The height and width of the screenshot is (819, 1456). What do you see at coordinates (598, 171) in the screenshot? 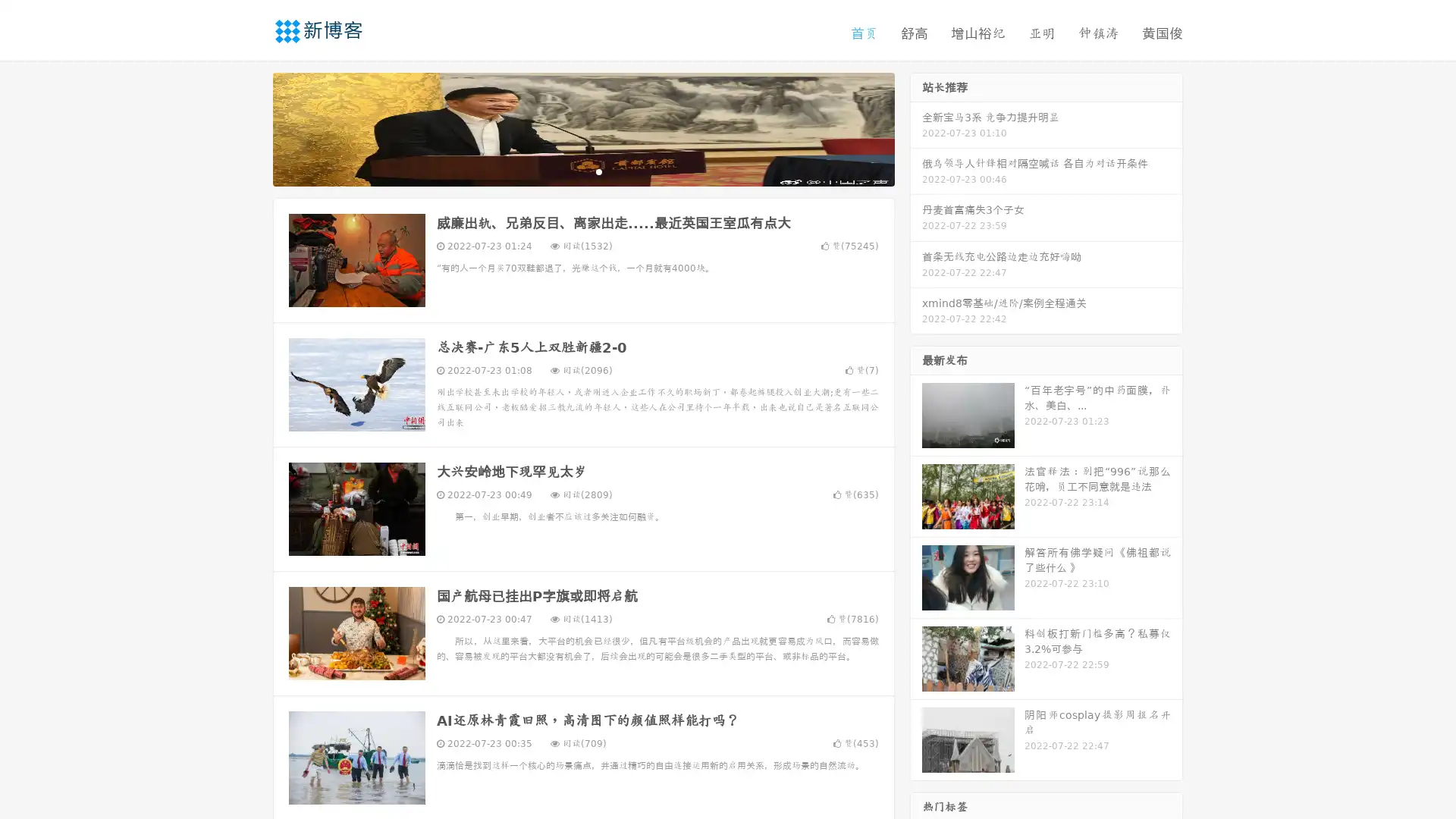
I see `Go to slide 3` at bounding box center [598, 171].